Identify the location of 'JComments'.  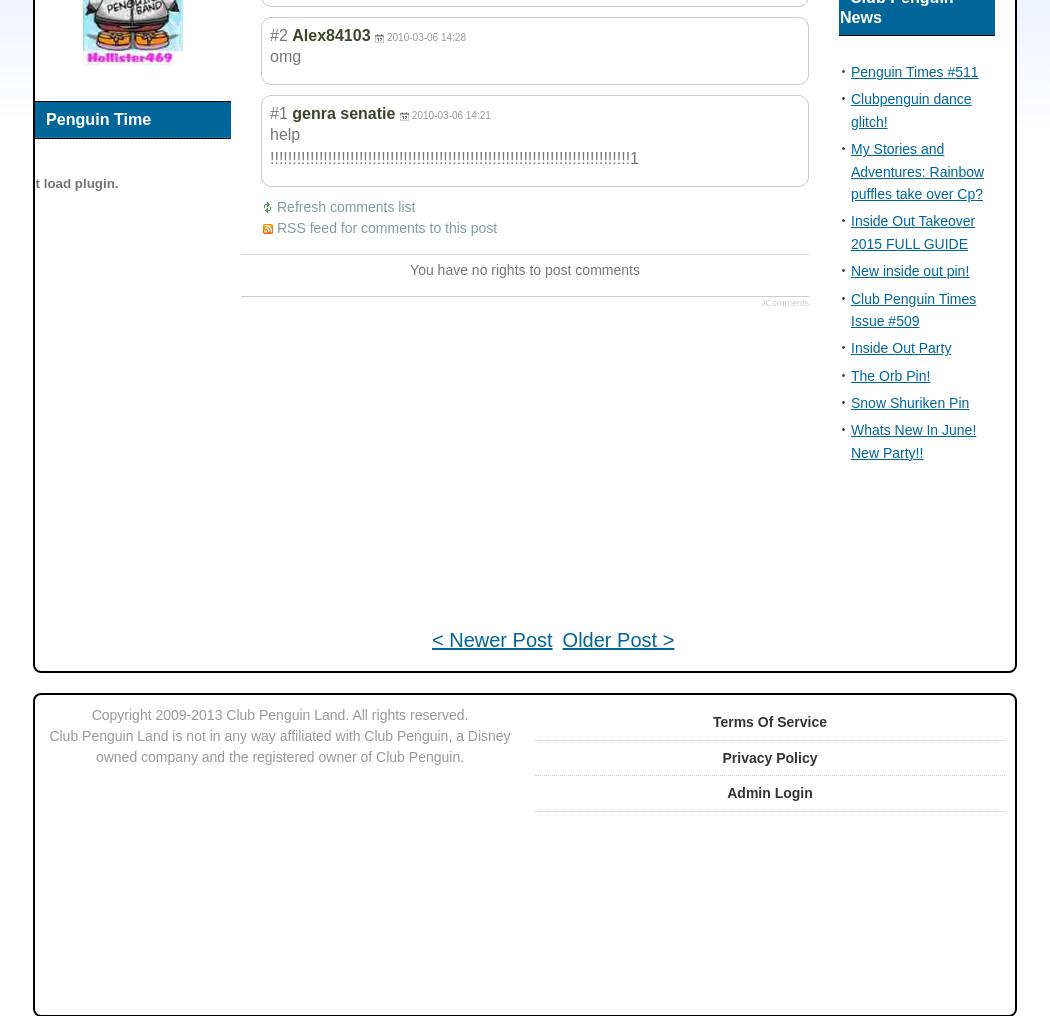
(784, 301).